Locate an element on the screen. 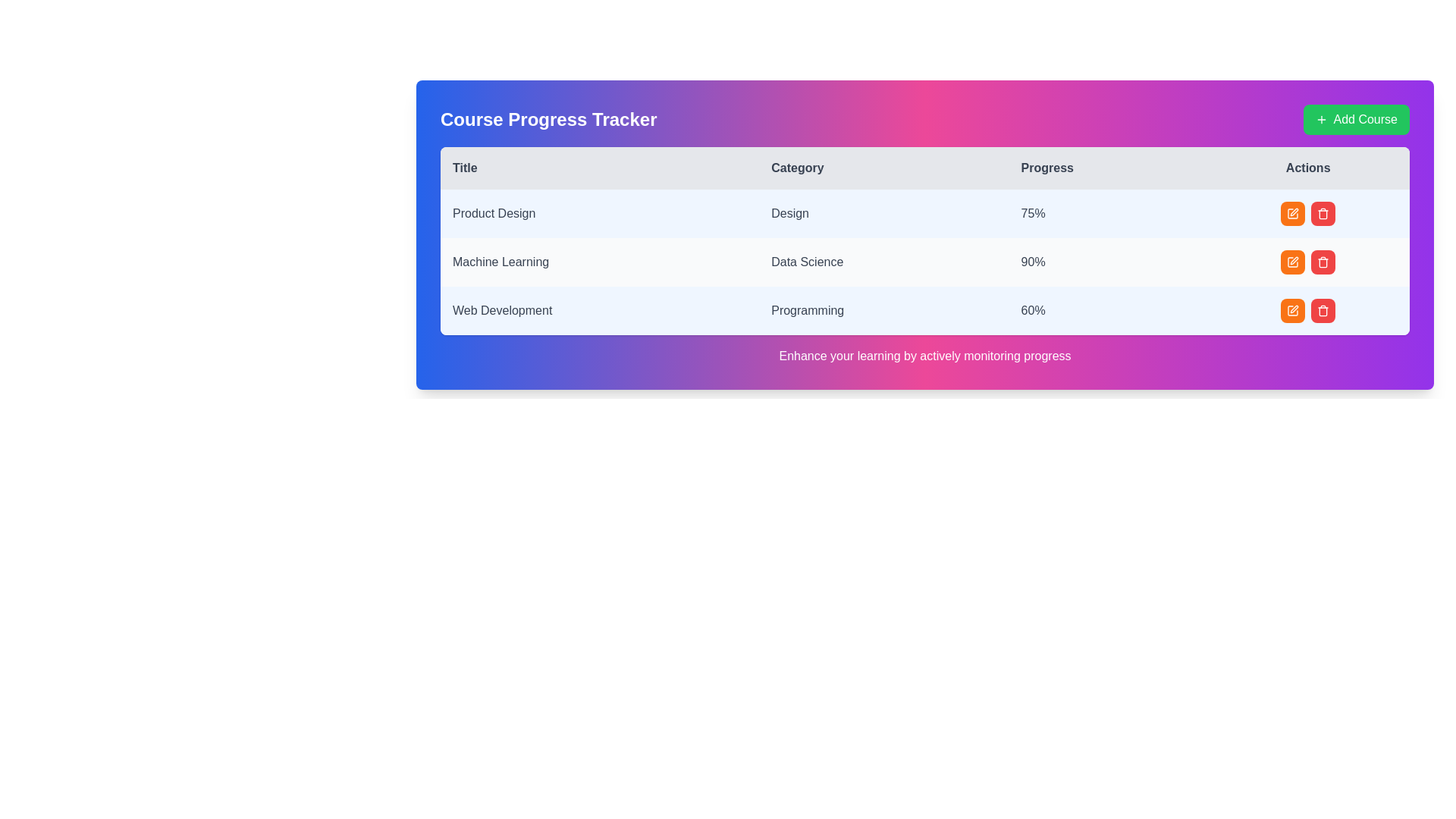  the icon with a plus sign, which is styled with a green borderless background and is positioned inside the 'Add Course' button, to the left of the button's text is located at coordinates (1320, 119).